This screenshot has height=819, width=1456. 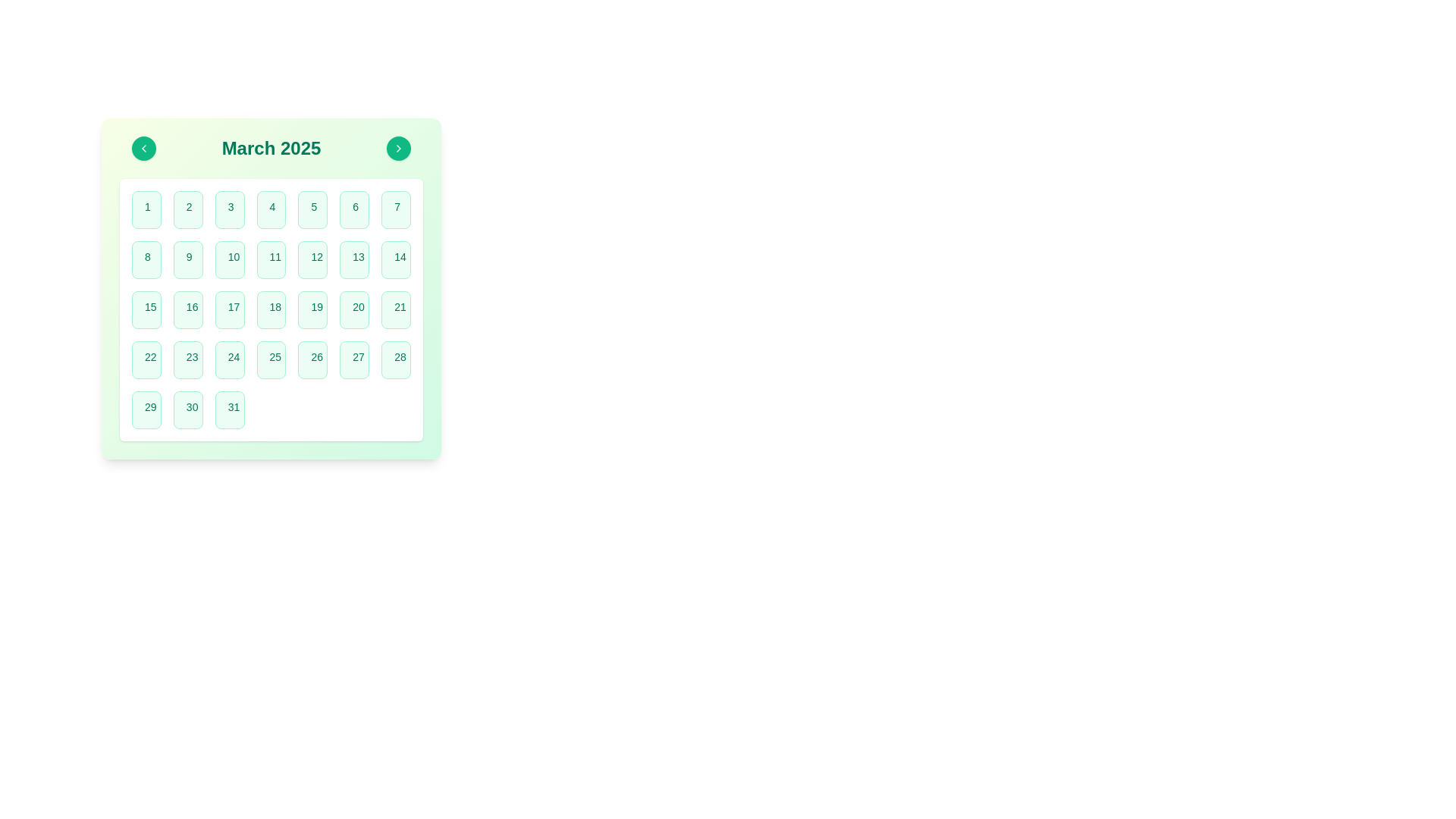 What do you see at coordinates (230, 207) in the screenshot?
I see `the static text element displaying the number '3' in a bold green font, which is located in the first row and third column of the calendar grid` at bounding box center [230, 207].